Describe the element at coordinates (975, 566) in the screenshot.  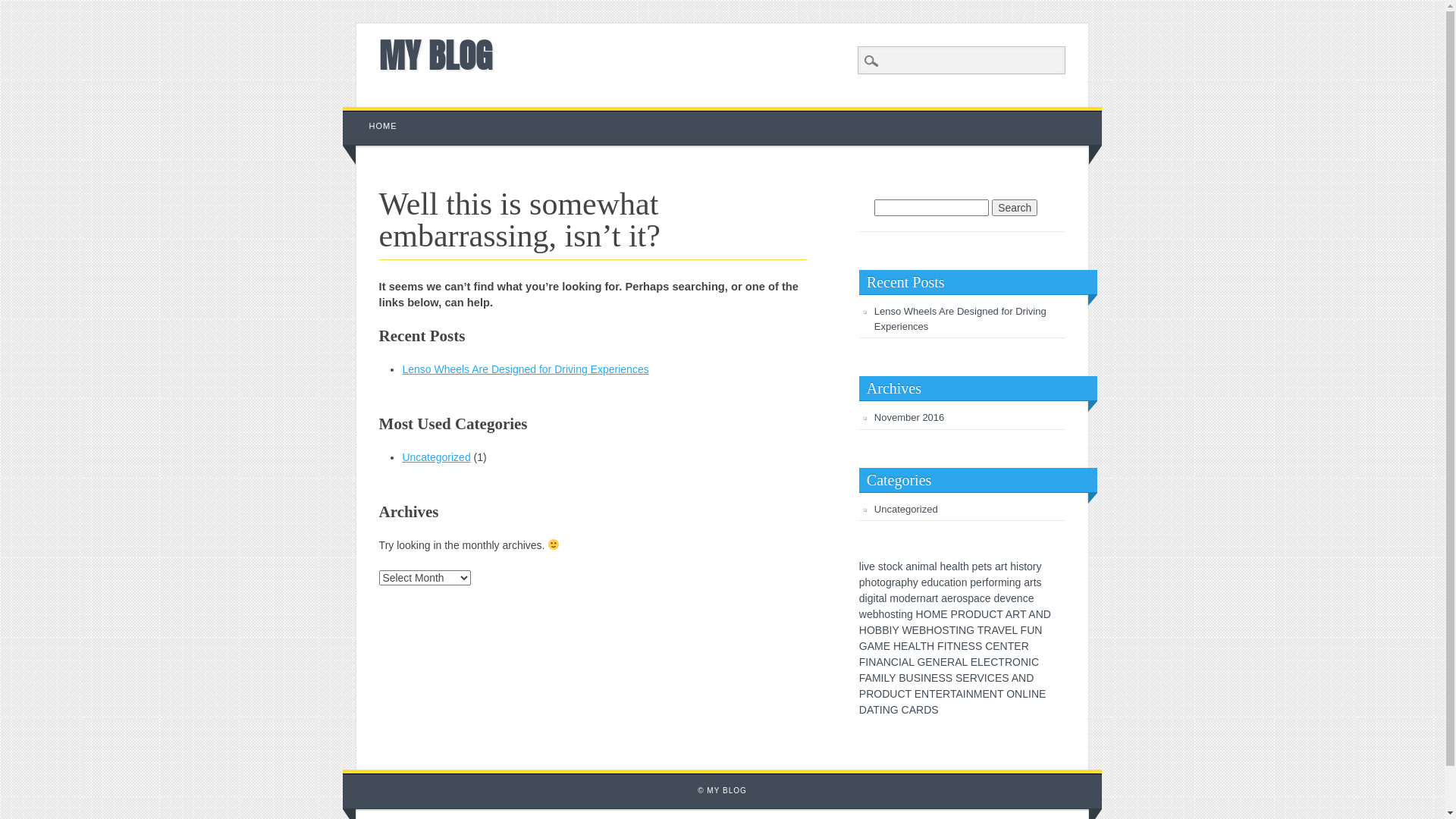
I see `'p'` at that location.